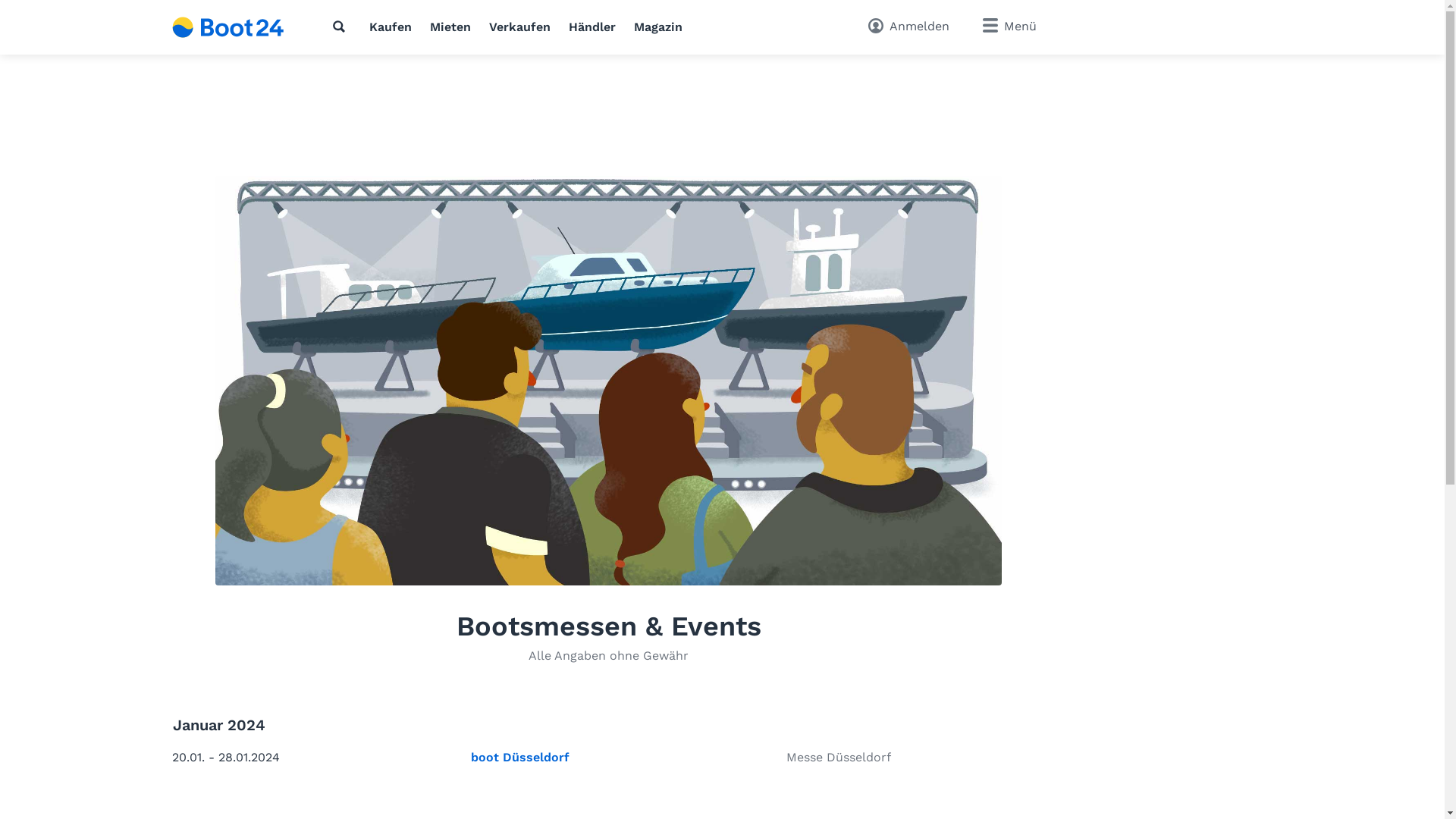 Image resolution: width=1456 pixels, height=819 pixels. What do you see at coordinates (369, 27) in the screenshot?
I see `'Kaufen'` at bounding box center [369, 27].